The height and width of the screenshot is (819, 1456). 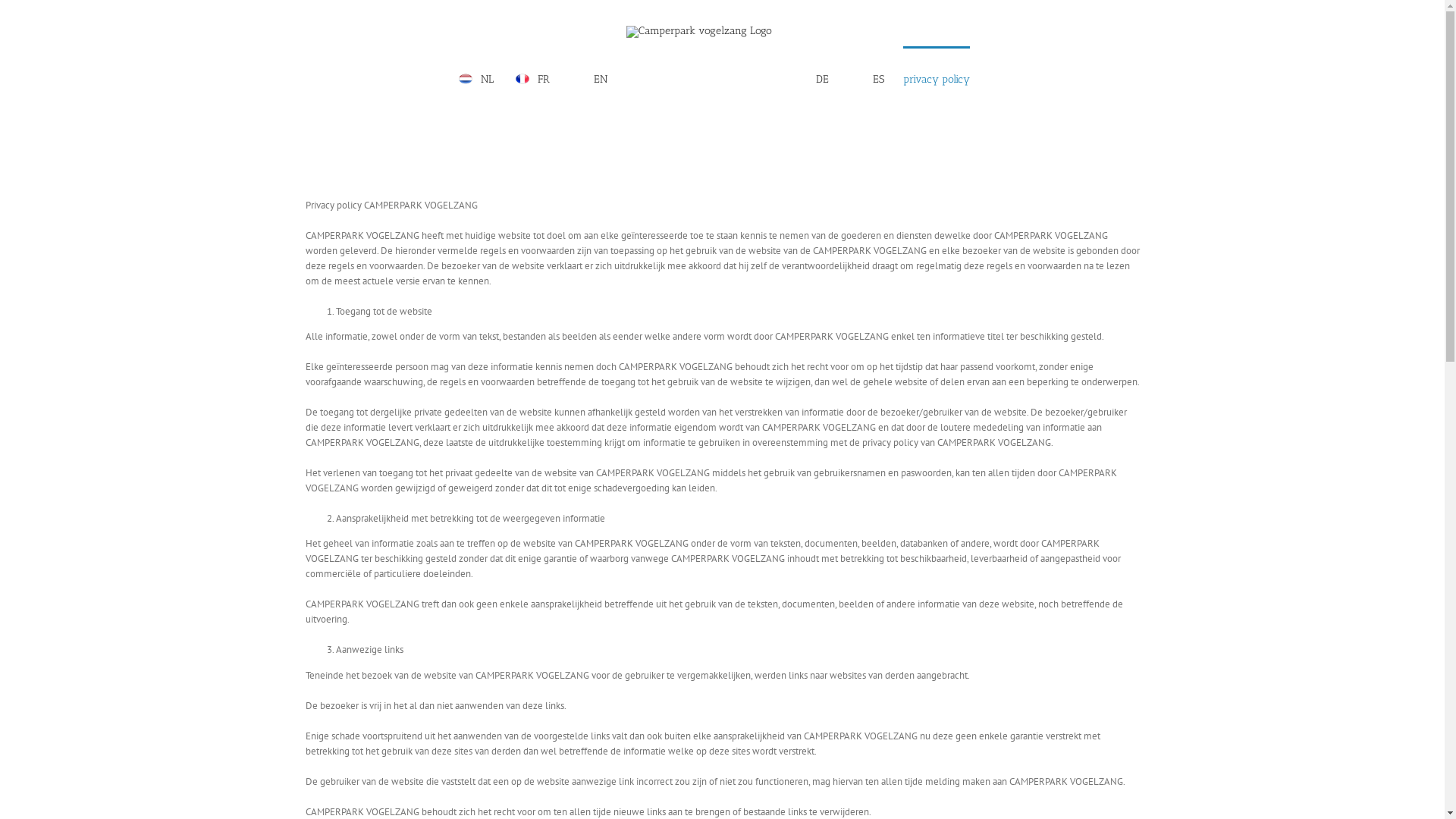 I want to click on 'privacy policy', so click(x=902, y=78).